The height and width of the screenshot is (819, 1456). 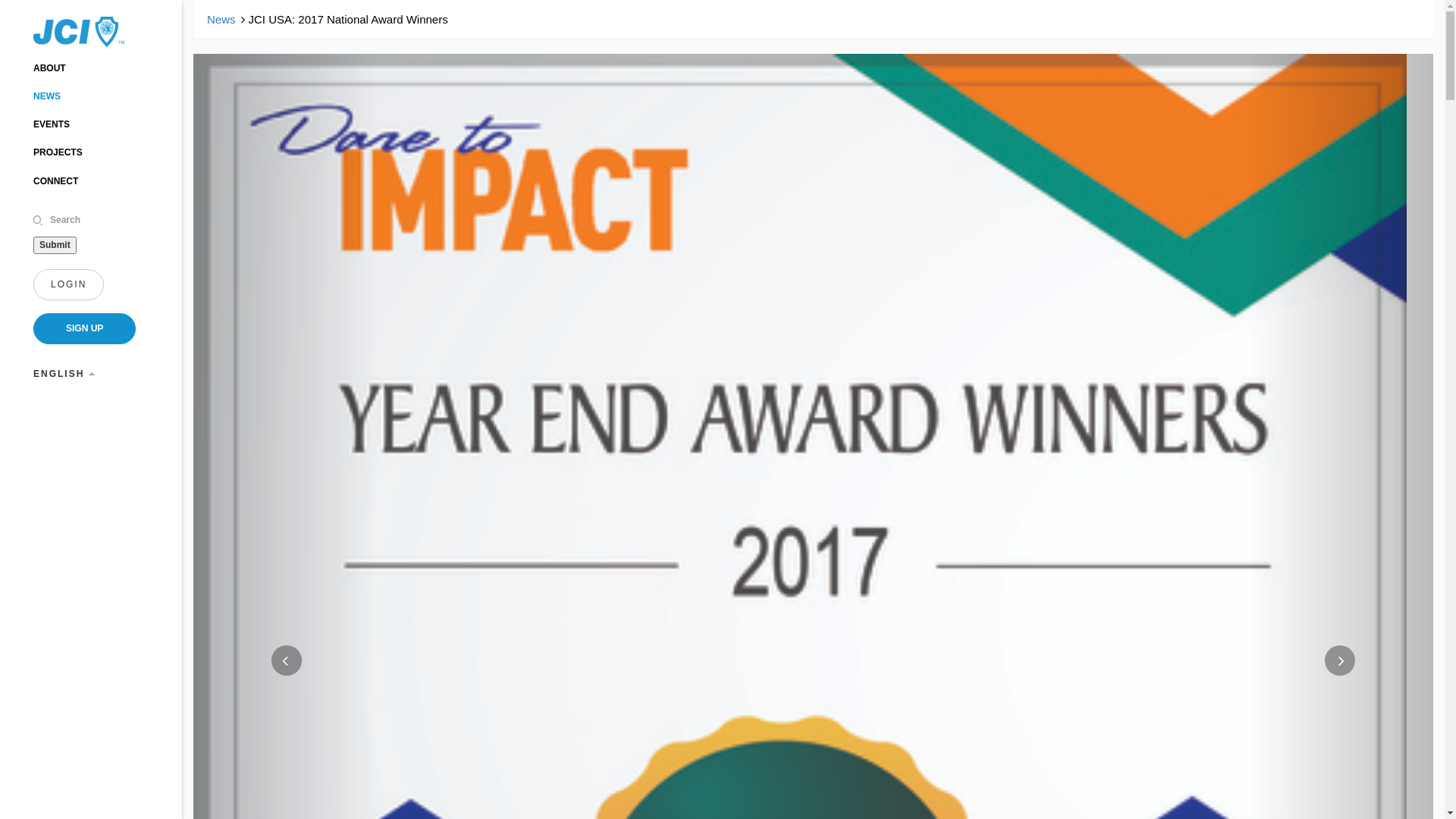 What do you see at coordinates (55, 180) in the screenshot?
I see `'CONNECT'` at bounding box center [55, 180].